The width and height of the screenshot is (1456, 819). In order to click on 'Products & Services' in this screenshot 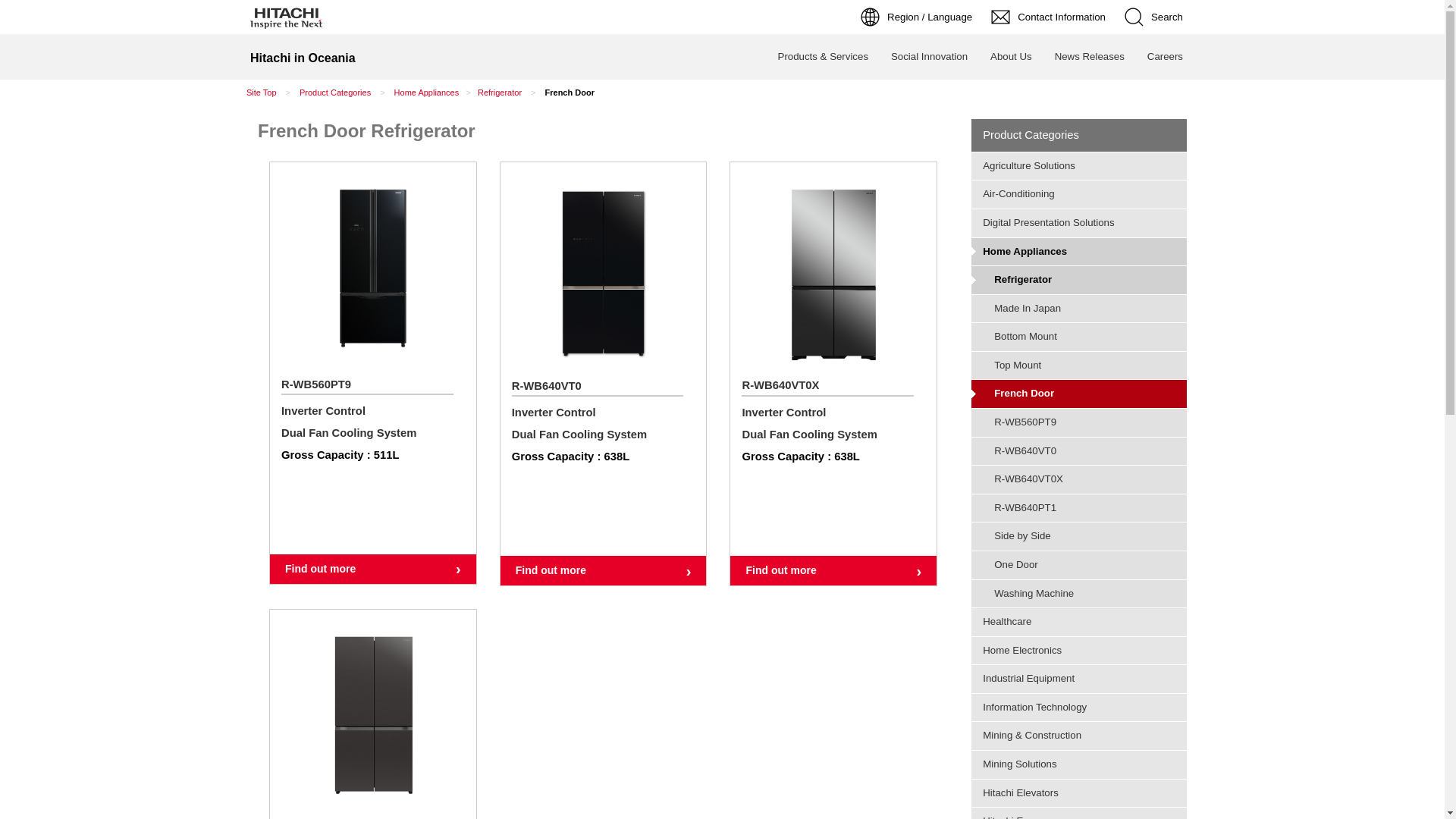, I will do `click(822, 55)`.